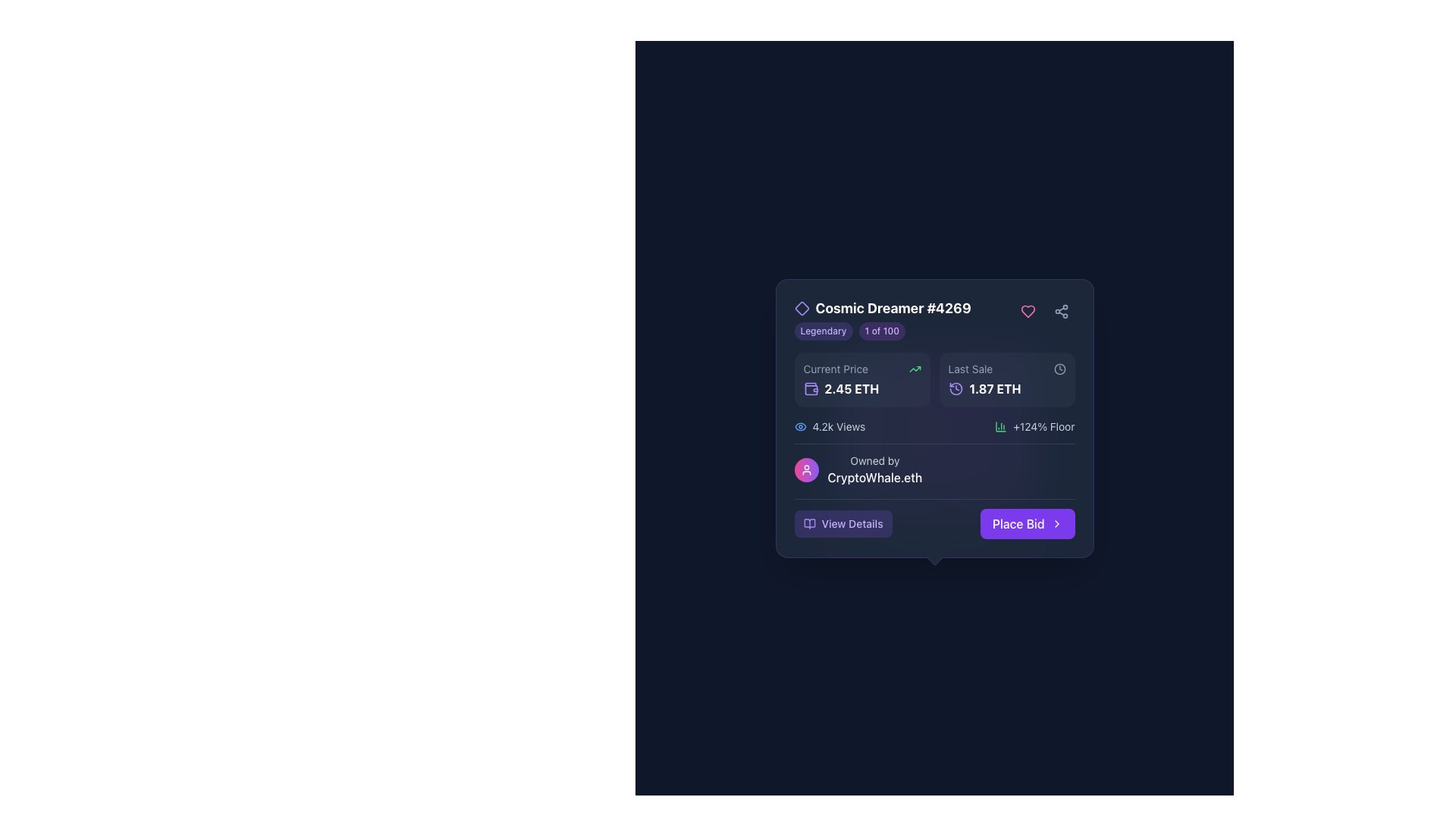 This screenshot has height=819, width=1456. I want to click on the information displayed on the 'Last Sale' label, which shows the last sale amount in Ethereum (ETH) and is accompanied by a clock icon, positioned to the right of the 'Current Price' section, so click(1007, 388).